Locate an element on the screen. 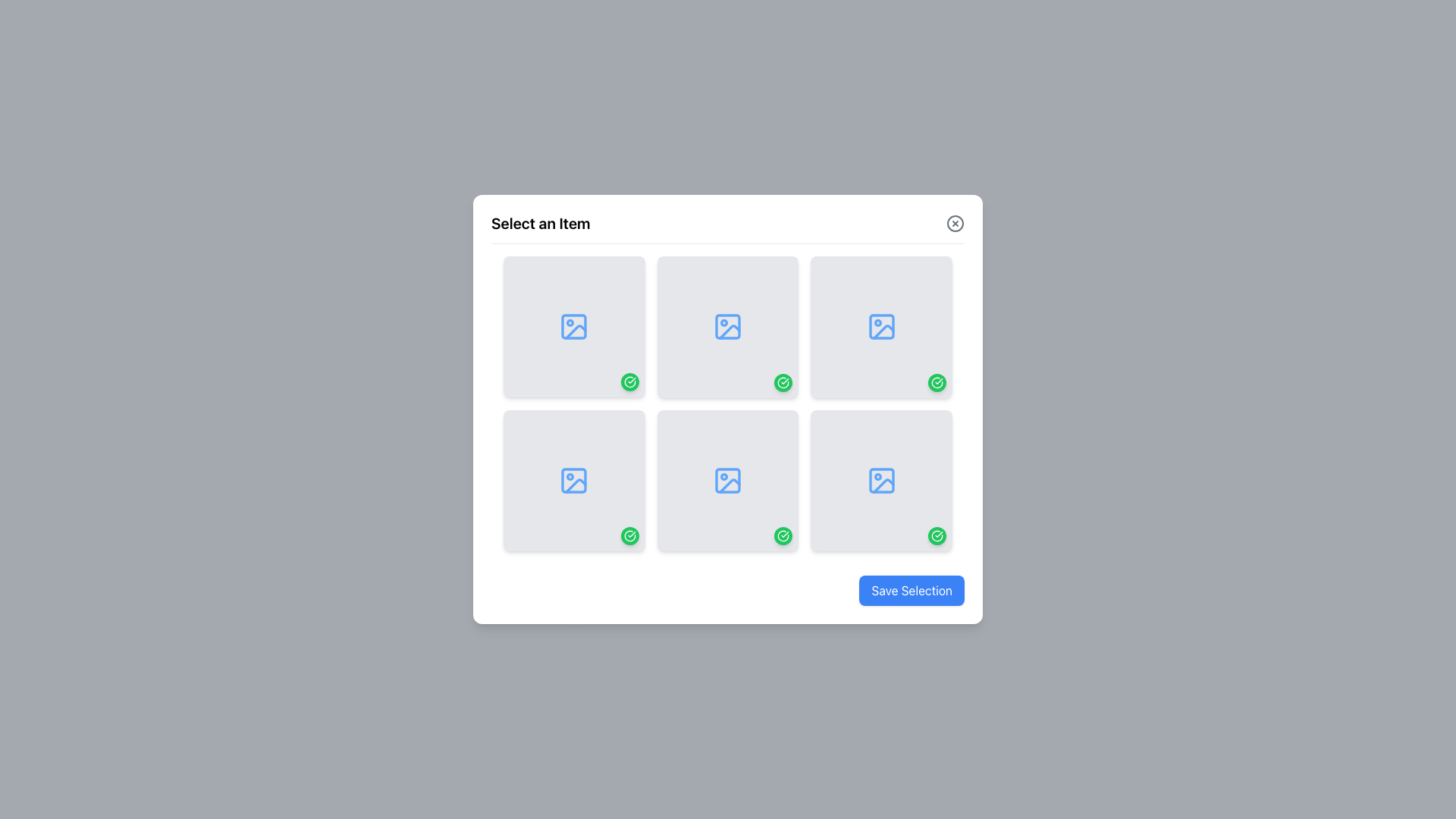 This screenshot has width=1456, height=819. the circular green badge icon with a white checkmark located in the bottom-right corner of the sixth card in a grid layout to confirm the selection is located at coordinates (629, 535).